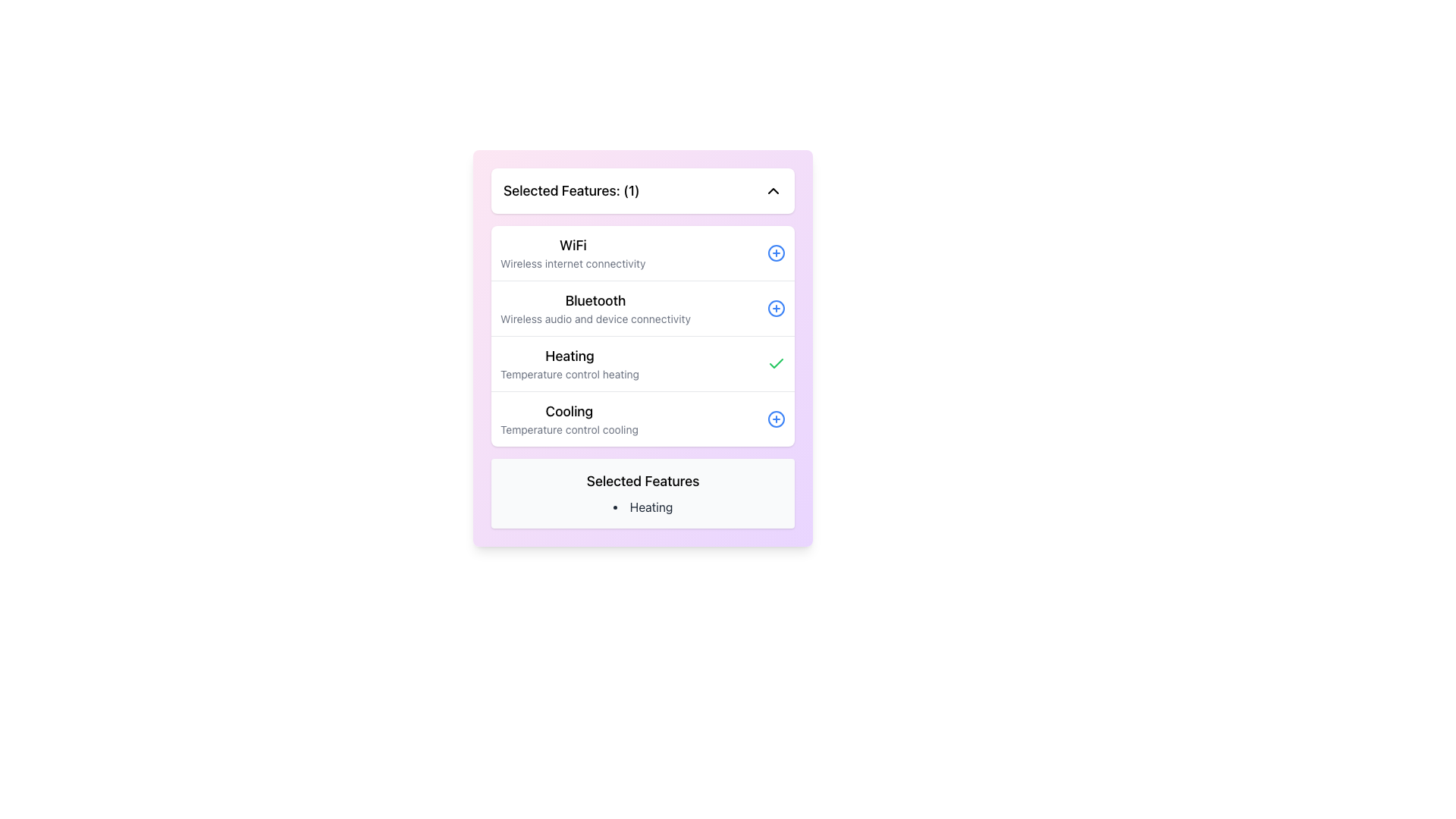 The height and width of the screenshot is (819, 1456). Describe the element at coordinates (776, 419) in the screenshot. I see `the fourth button on the right side of the 'Cooling' row` at that location.